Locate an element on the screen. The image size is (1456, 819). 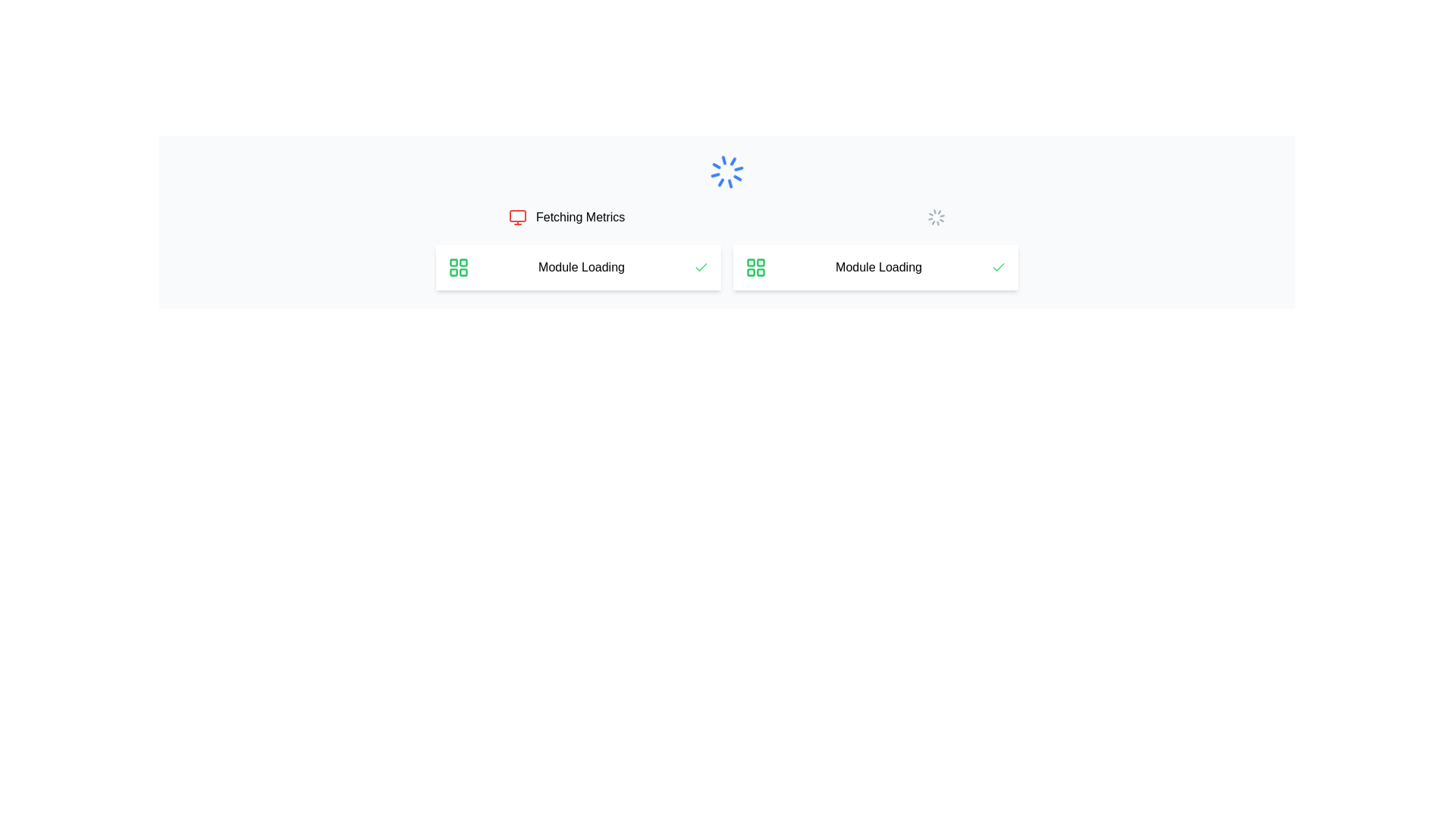
composite informational display element that shows the status of two modules, indicating their successful loading with the text 'Module Loading' is located at coordinates (726, 267).